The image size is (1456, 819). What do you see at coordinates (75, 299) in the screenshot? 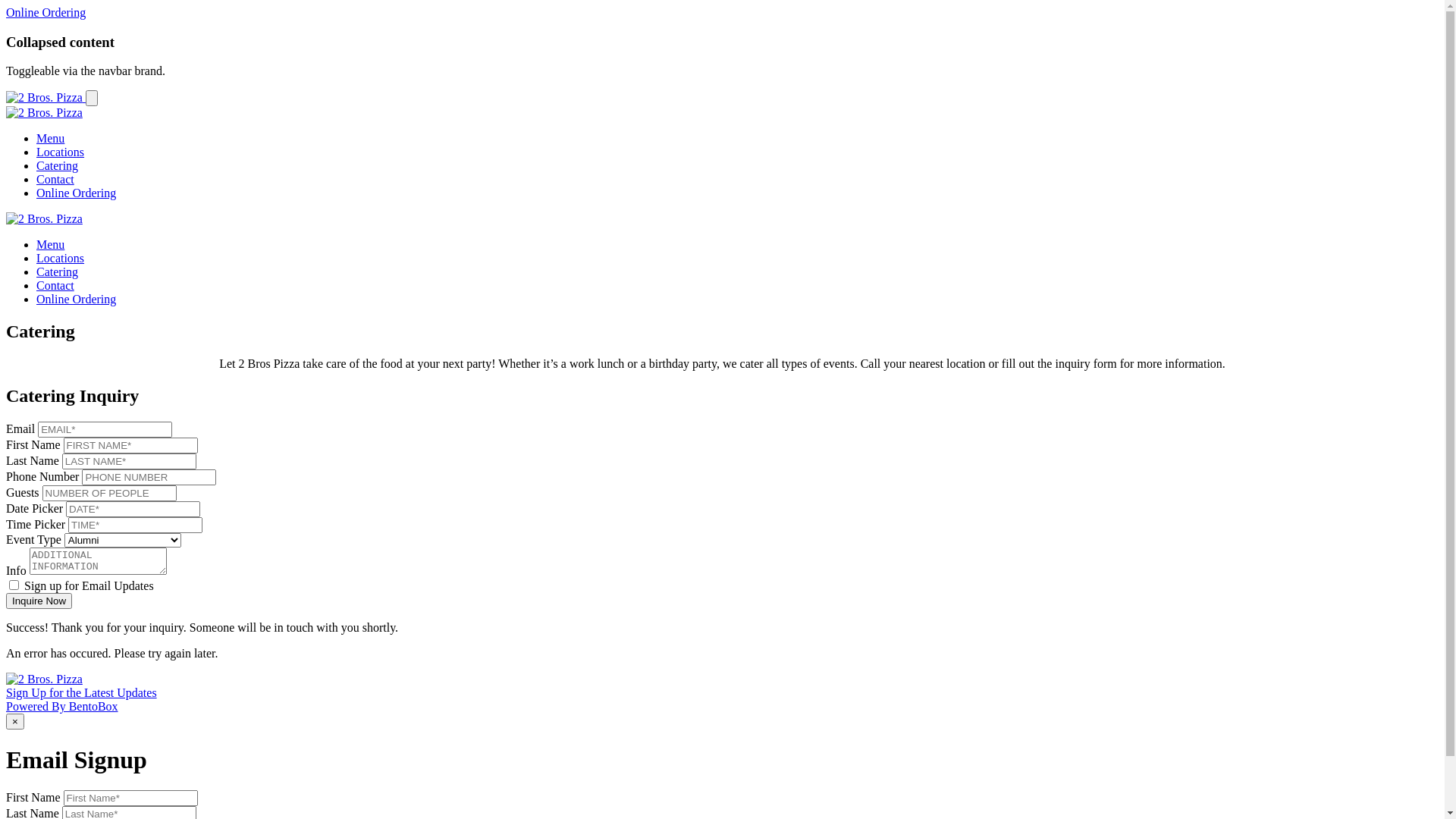
I see `'Online Ordering'` at bounding box center [75, 299].